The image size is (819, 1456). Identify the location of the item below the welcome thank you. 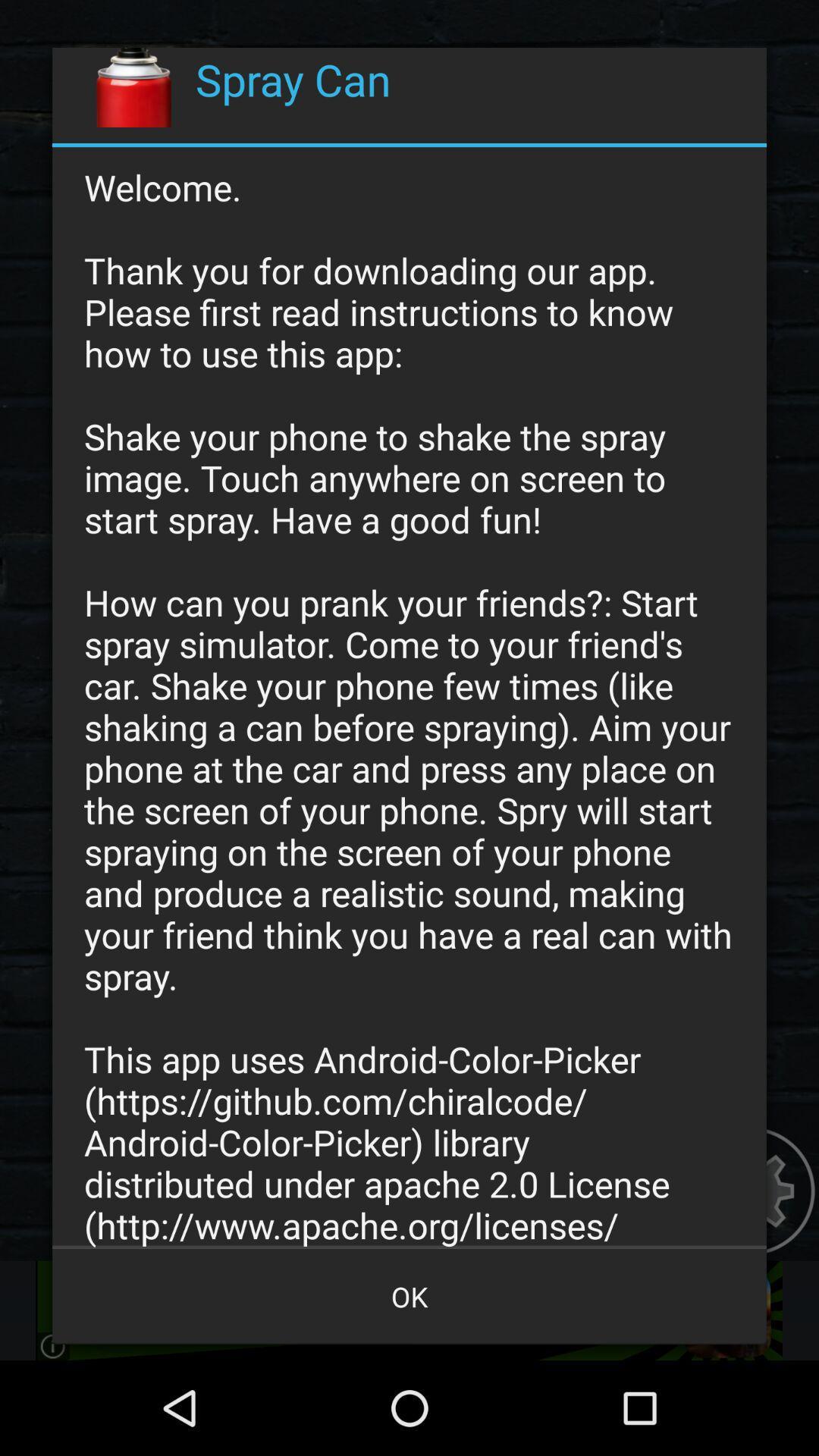
(409, 1295).